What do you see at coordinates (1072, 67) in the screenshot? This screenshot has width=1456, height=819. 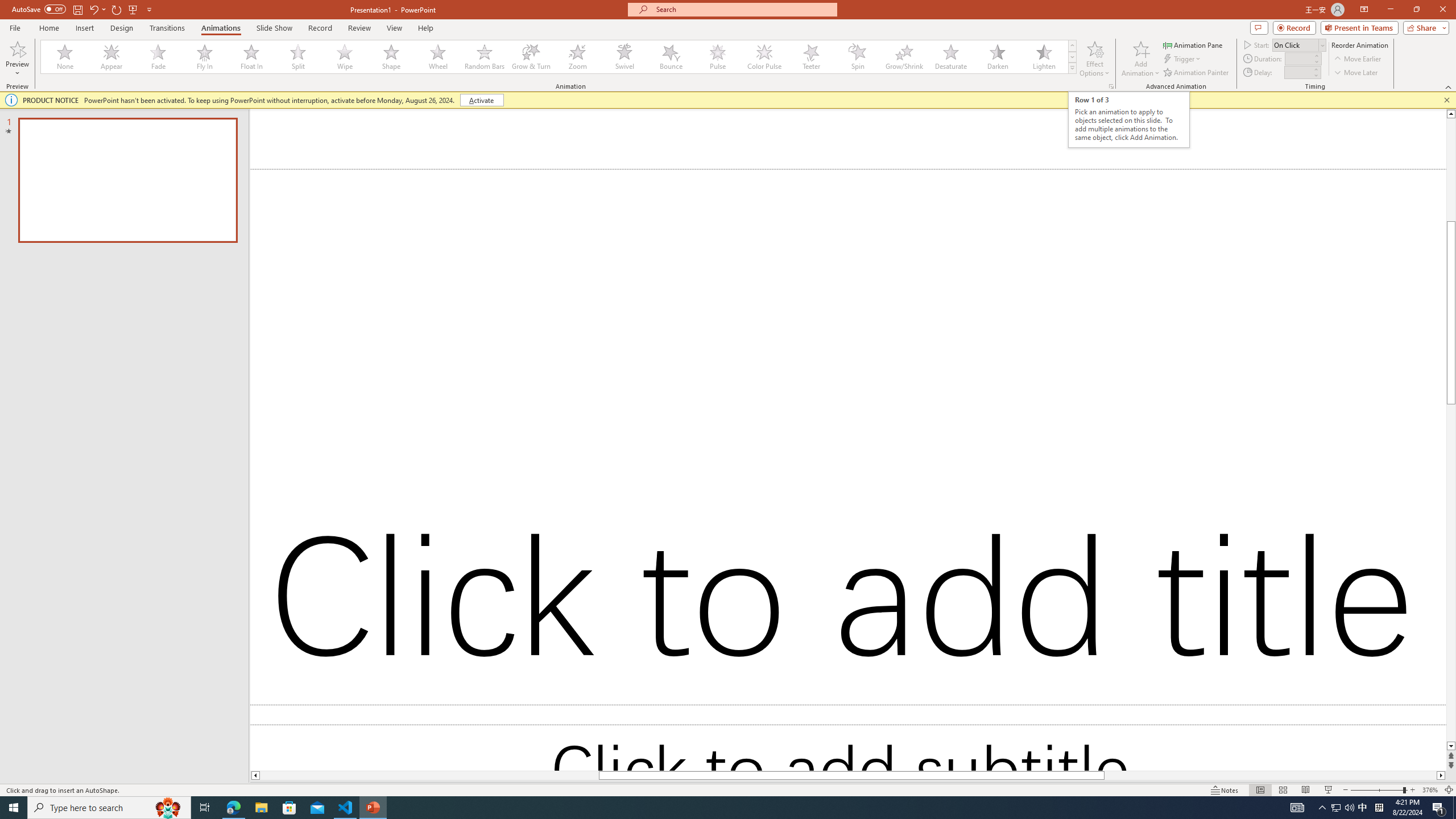 I see `'Animation Styles'` at bounding box center [1072, 67].